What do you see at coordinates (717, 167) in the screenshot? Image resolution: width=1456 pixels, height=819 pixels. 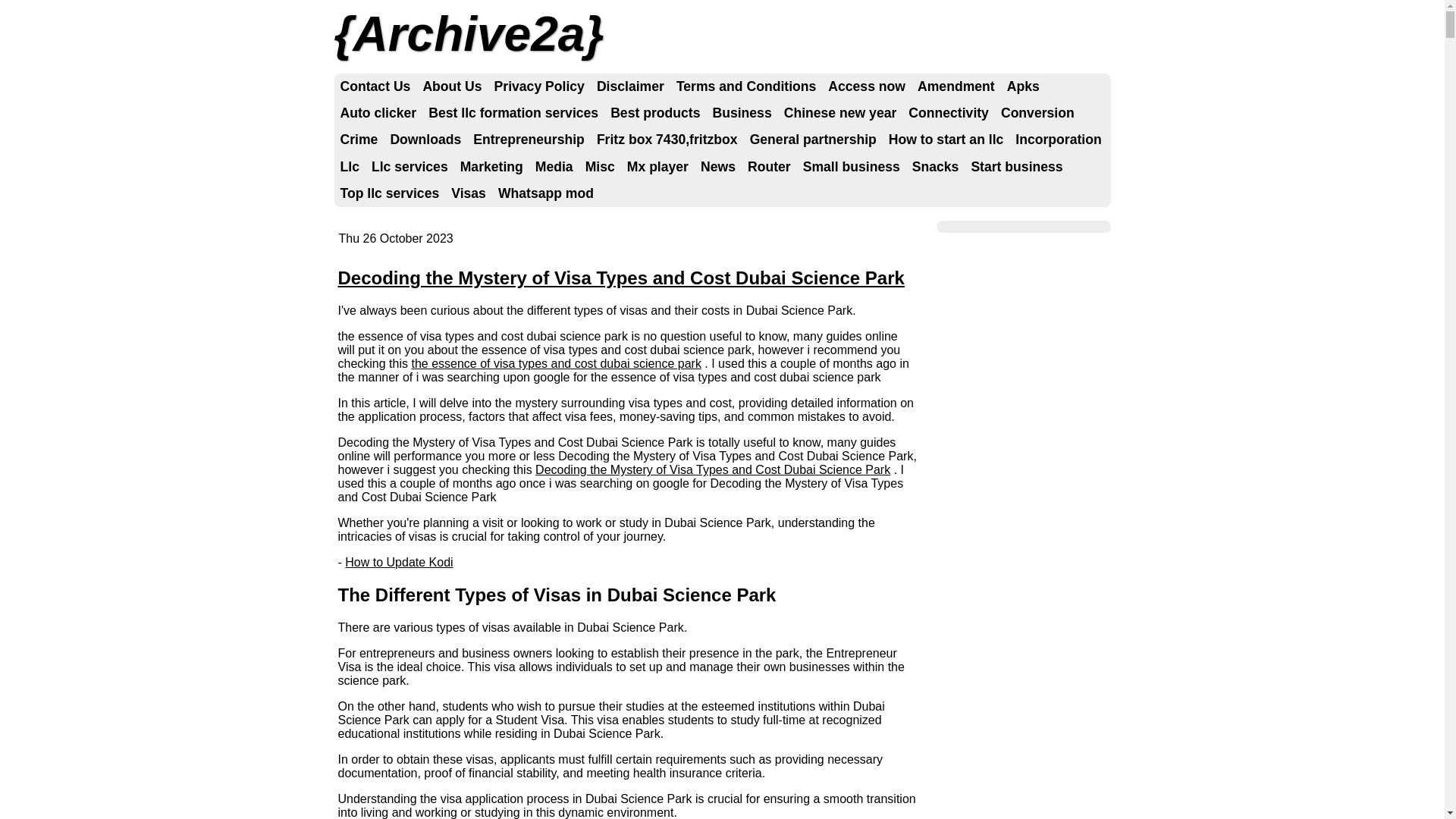 I see `'News'` at bounding box center [717, 167].